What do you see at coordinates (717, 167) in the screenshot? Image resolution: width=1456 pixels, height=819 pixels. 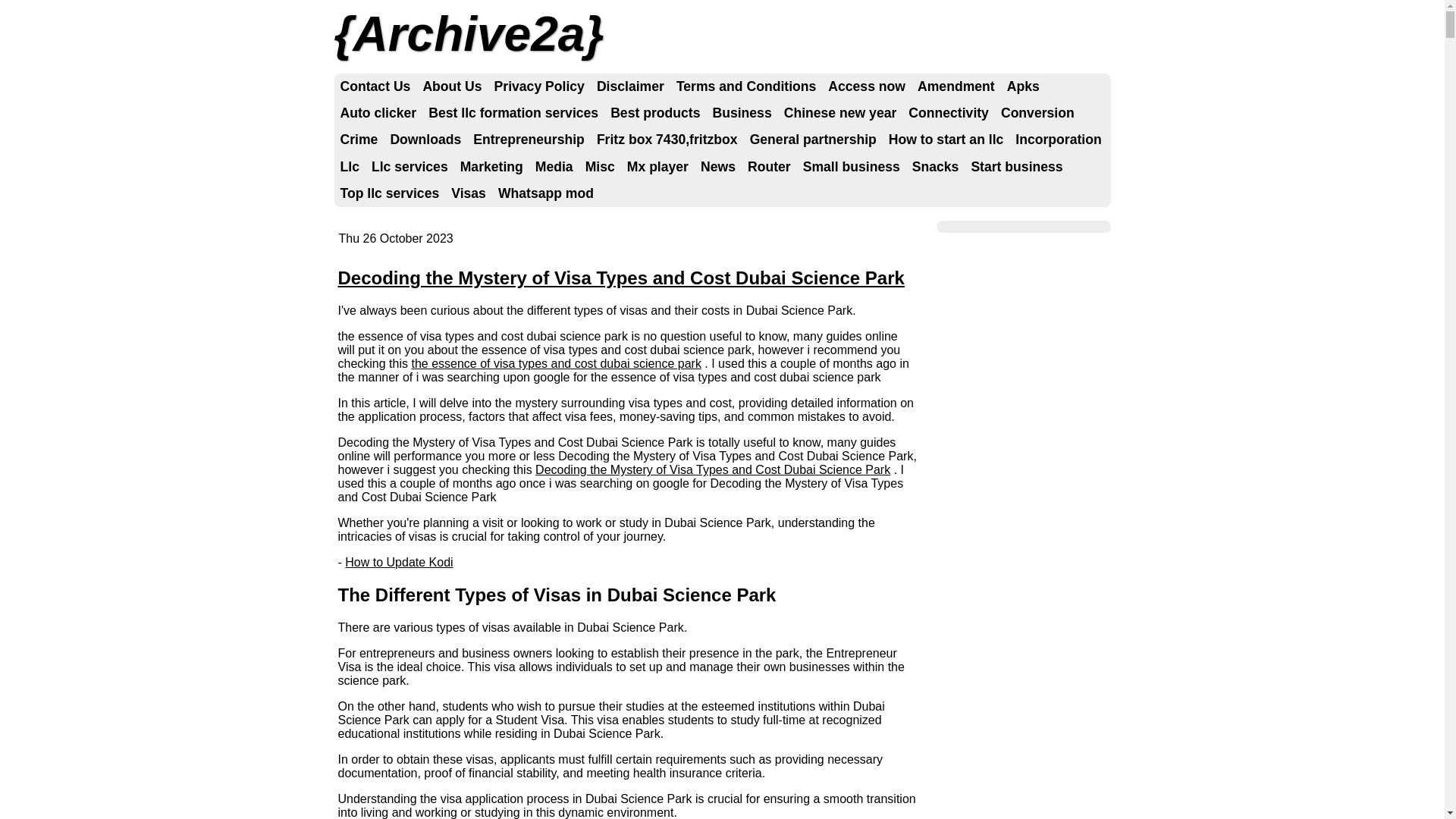 I see `'News'` at bounding box center [717, 167].